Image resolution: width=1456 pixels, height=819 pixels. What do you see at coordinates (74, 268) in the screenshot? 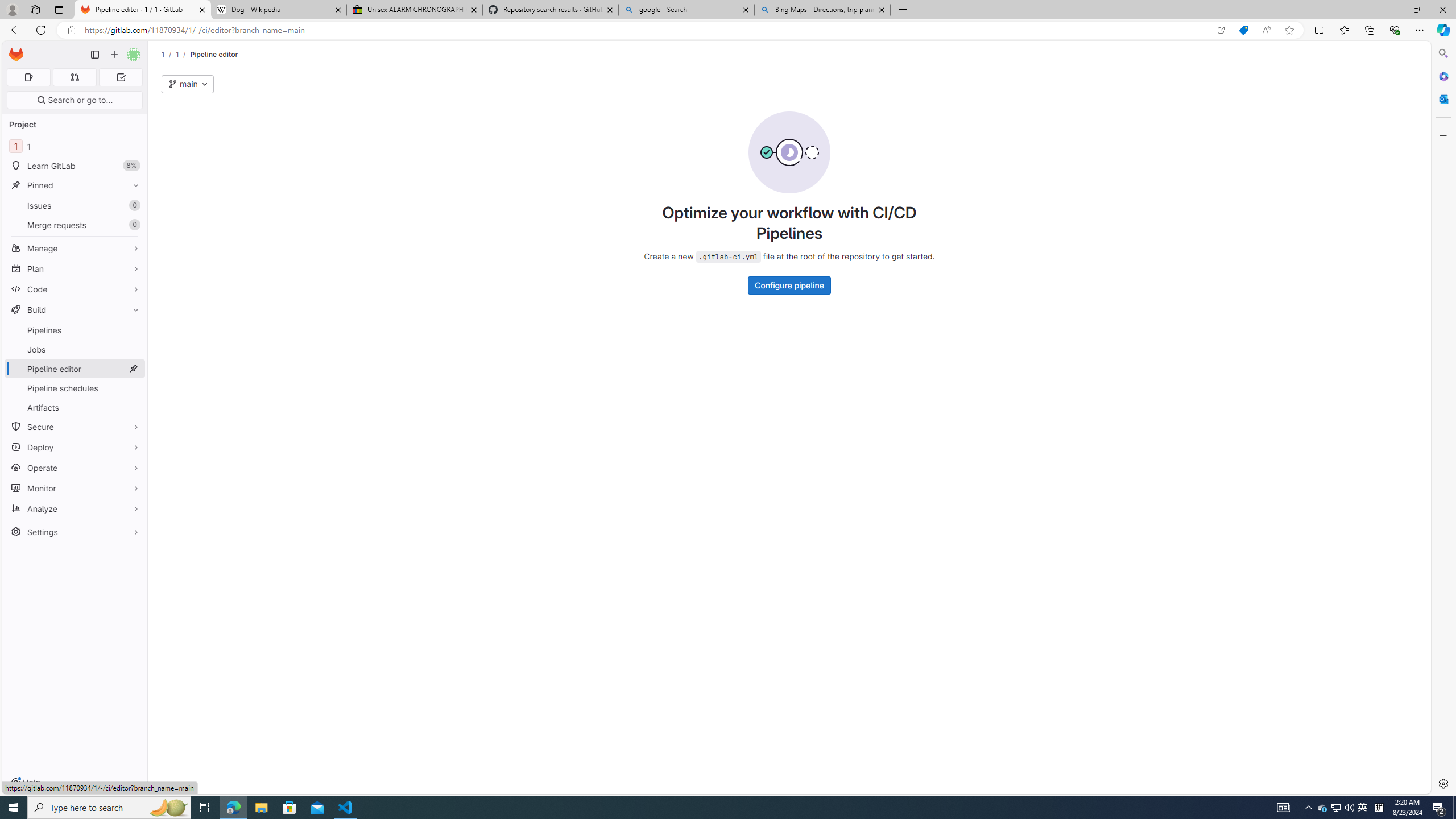
I see `'Plan'` at bounding box center [74, 268].